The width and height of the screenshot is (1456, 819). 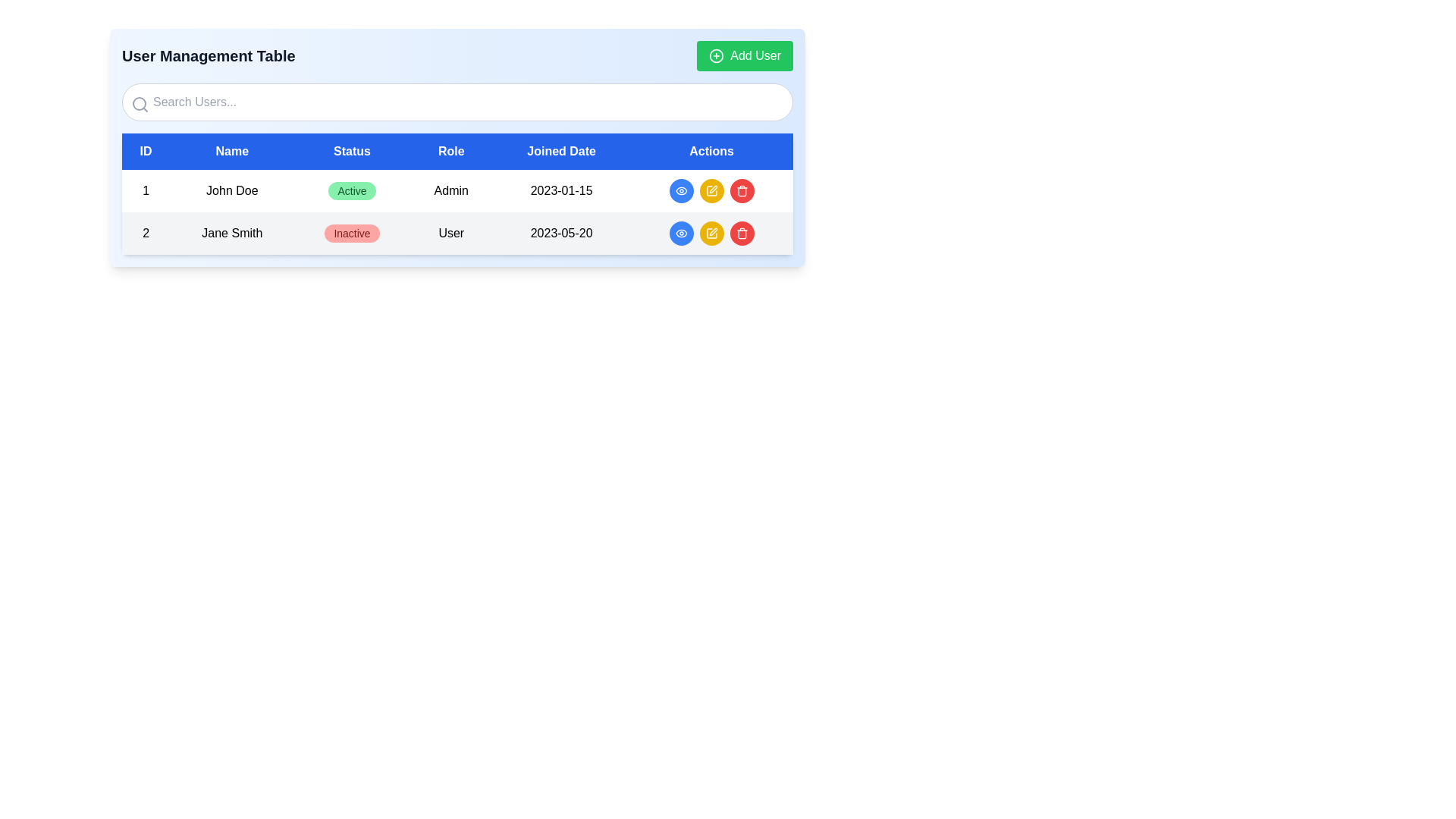 I want to click on the 'Edit' icon button in the 'Actions' column of the second row associated with 'Jane Smith', so click(x=711, y=190).